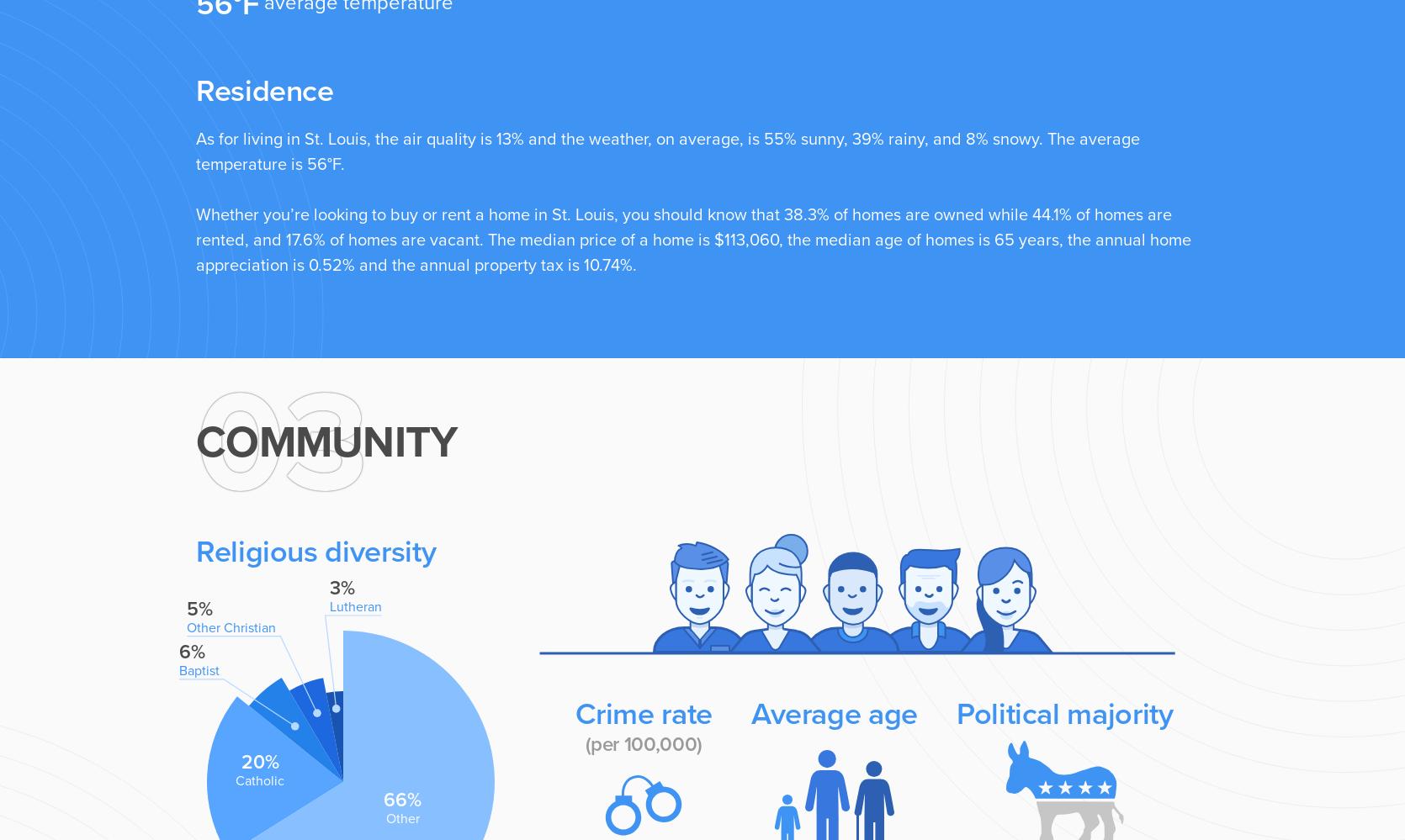  What do you see at coordinates (198, 670) in the screenshot?
I see `'Baptist'` at bounding box center [198, 670].